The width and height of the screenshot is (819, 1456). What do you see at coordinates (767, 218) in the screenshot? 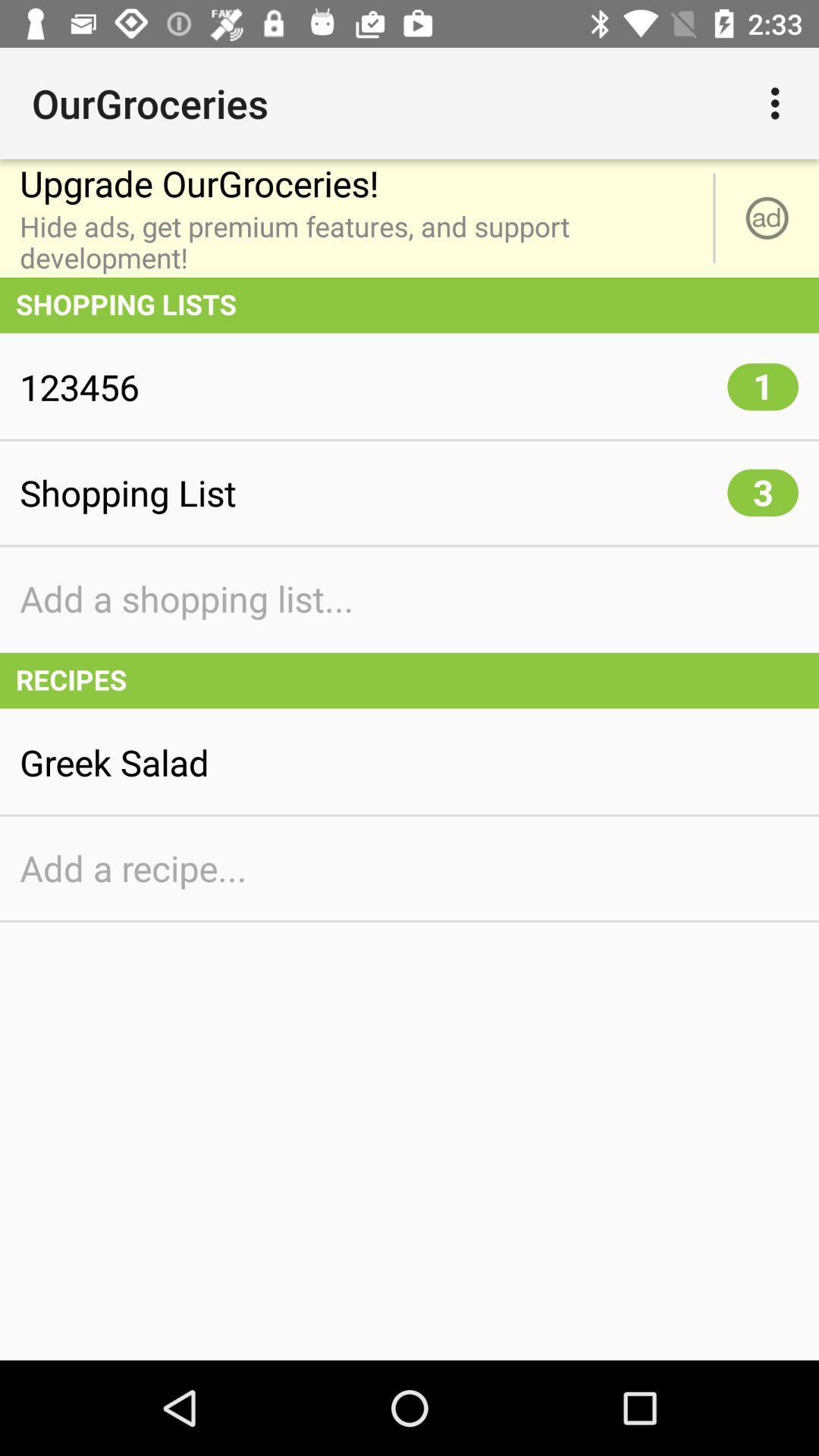
I see `item above the shopping lists item` at bounding box center [767, 218].